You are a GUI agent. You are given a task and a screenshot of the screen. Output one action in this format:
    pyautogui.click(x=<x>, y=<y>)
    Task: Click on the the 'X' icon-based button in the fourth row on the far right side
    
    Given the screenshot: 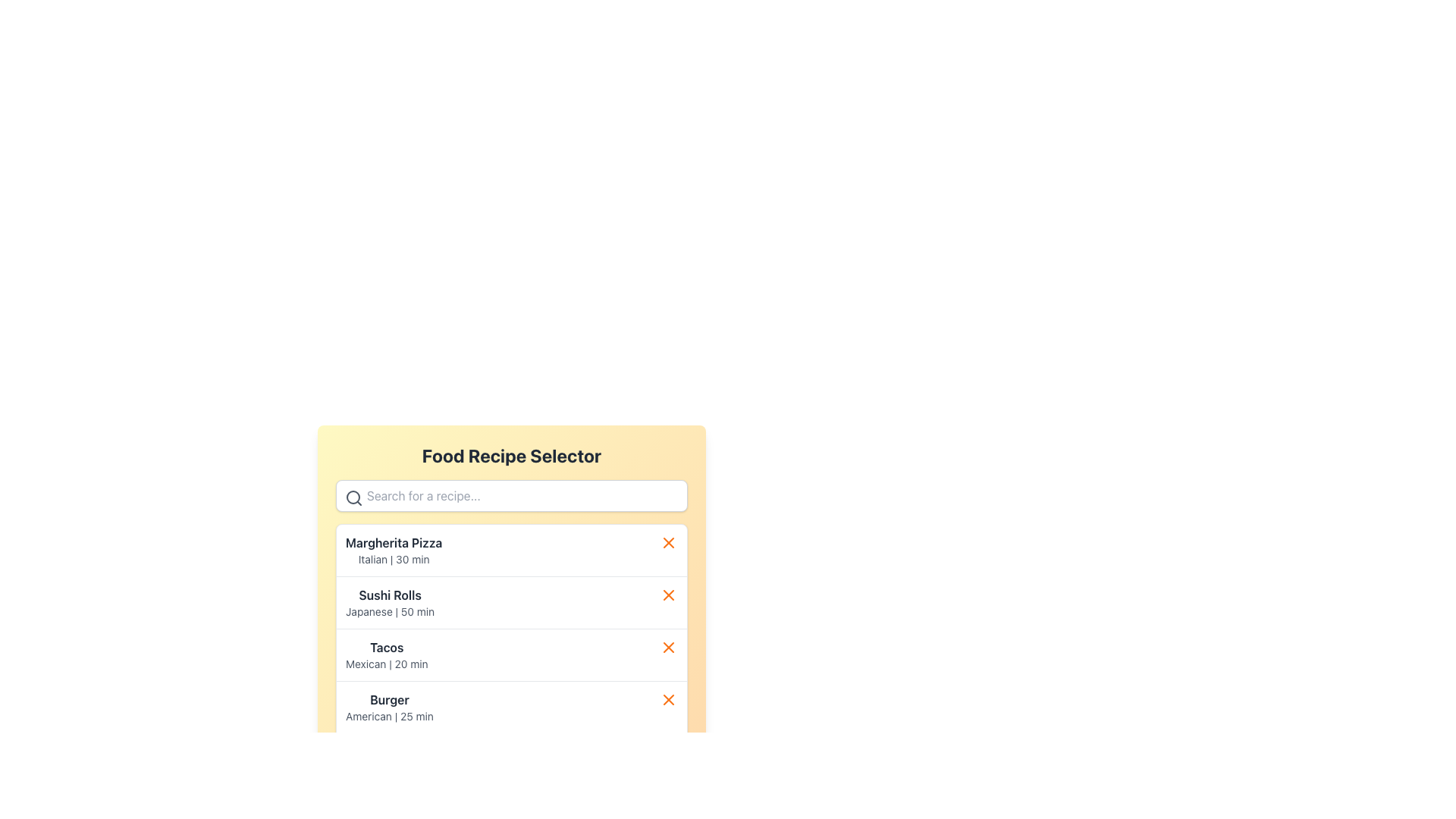 What is the action you would take?
    pyautogui.click(x=668, y=699)
    